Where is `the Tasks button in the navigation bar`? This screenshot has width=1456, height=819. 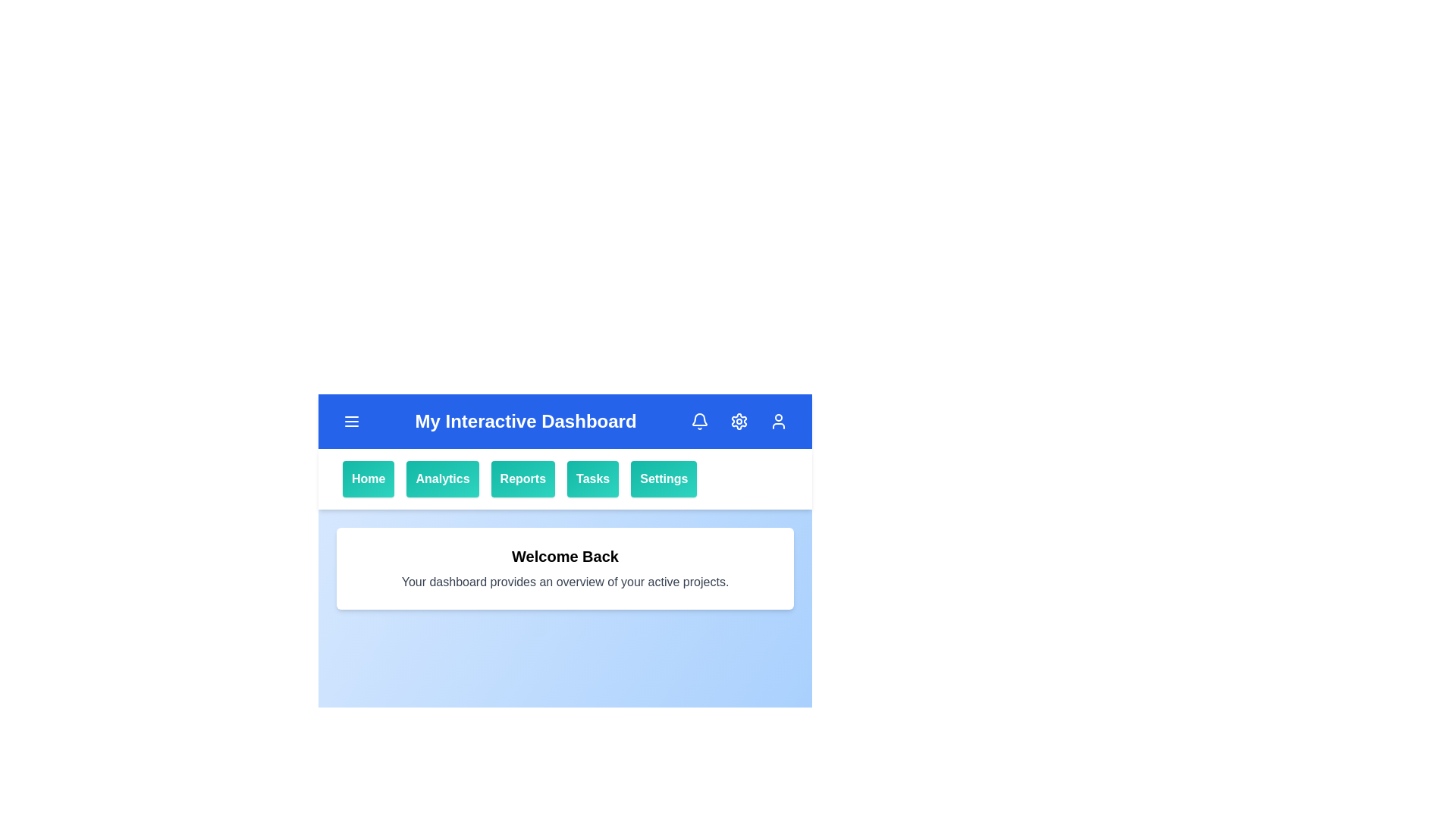 the Tasks button in the navigation bar is located at coordinates (592, 479).